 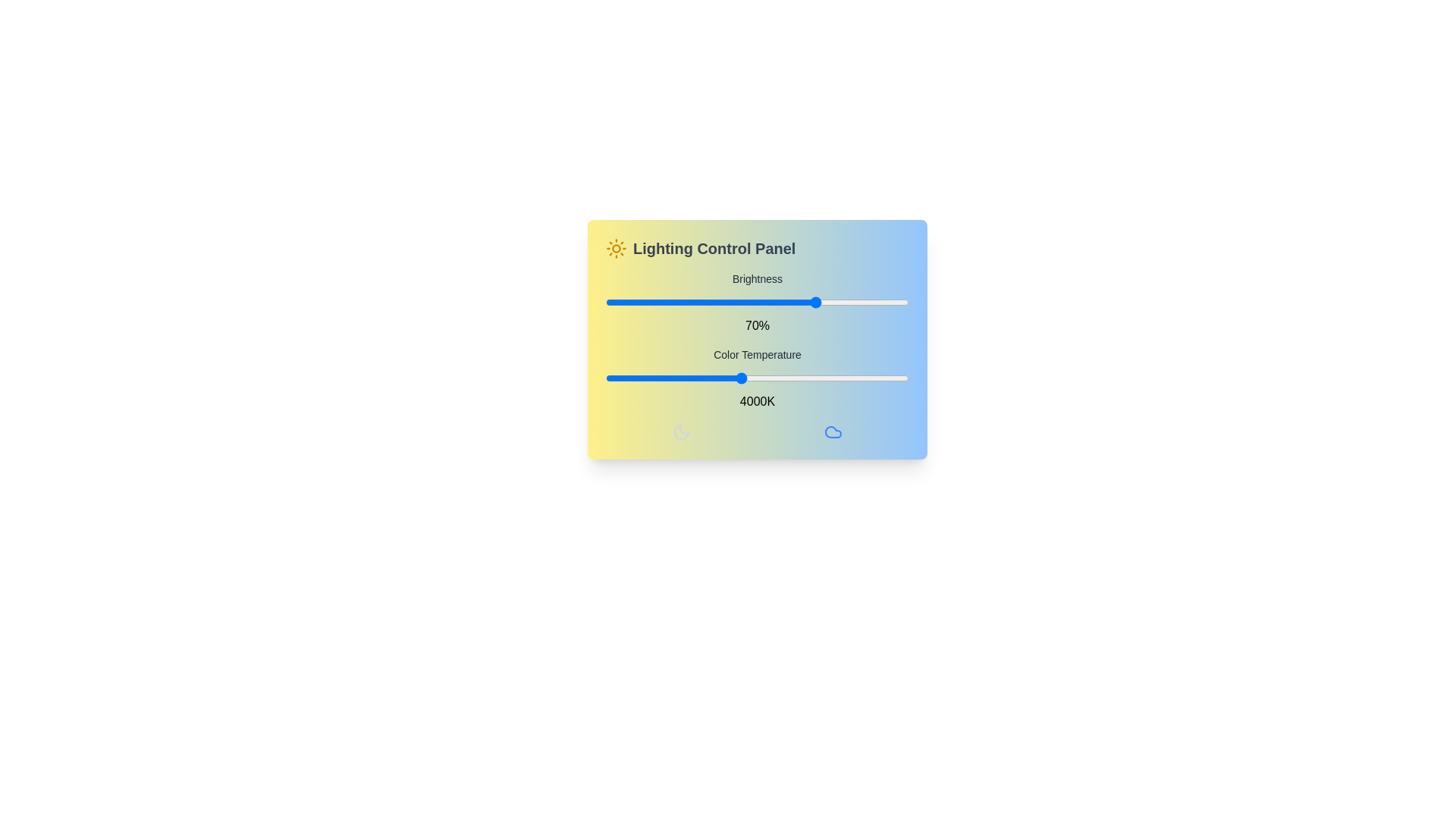 What do you see at coordinates (629, 377) in the screenshot?
I see `the color temperature slider to 2340 K` at bounding box center [629, 377].